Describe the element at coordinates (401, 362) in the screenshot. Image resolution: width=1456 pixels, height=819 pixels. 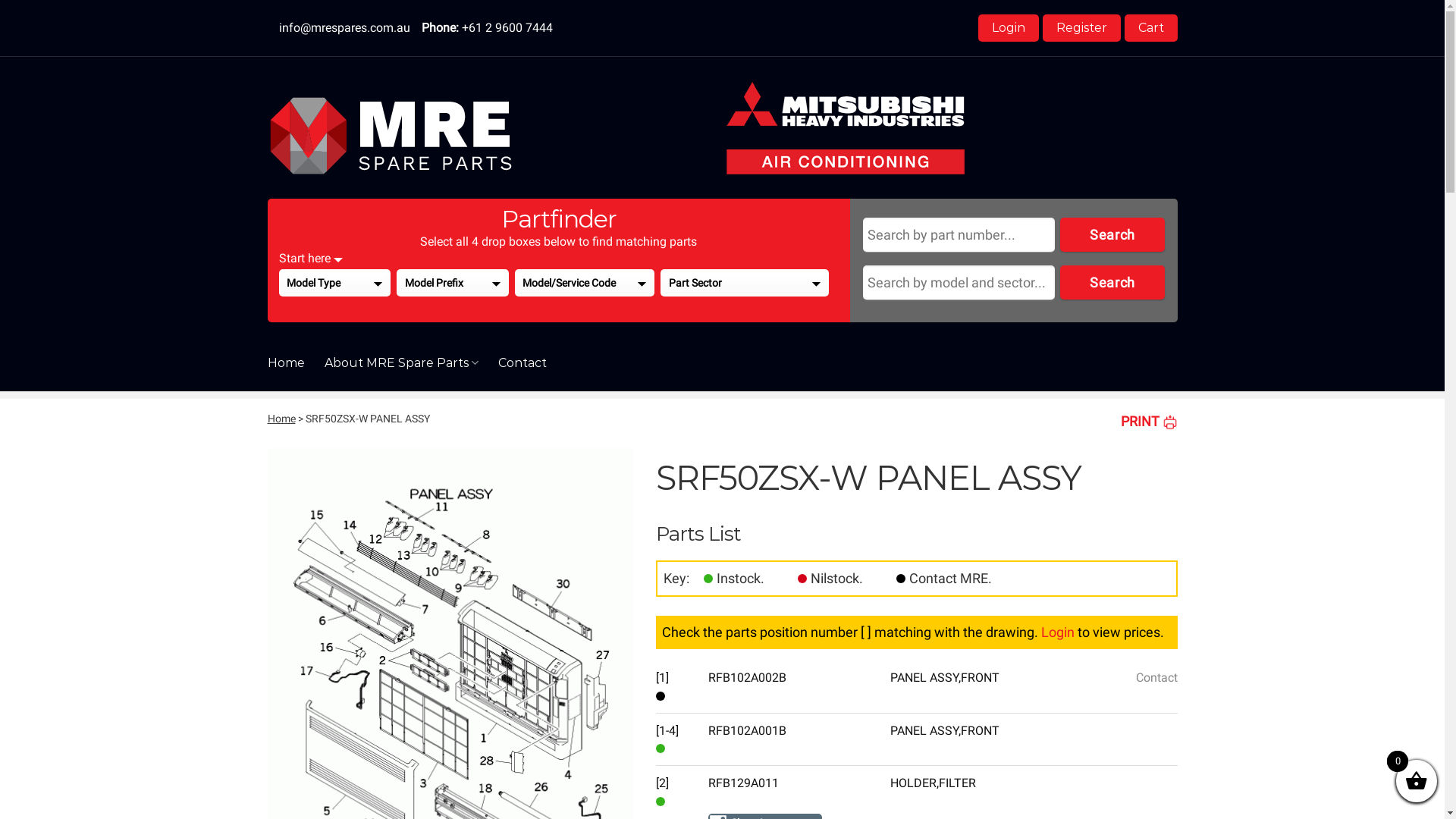
I see `'About MRE Spare Parts'` at that location.